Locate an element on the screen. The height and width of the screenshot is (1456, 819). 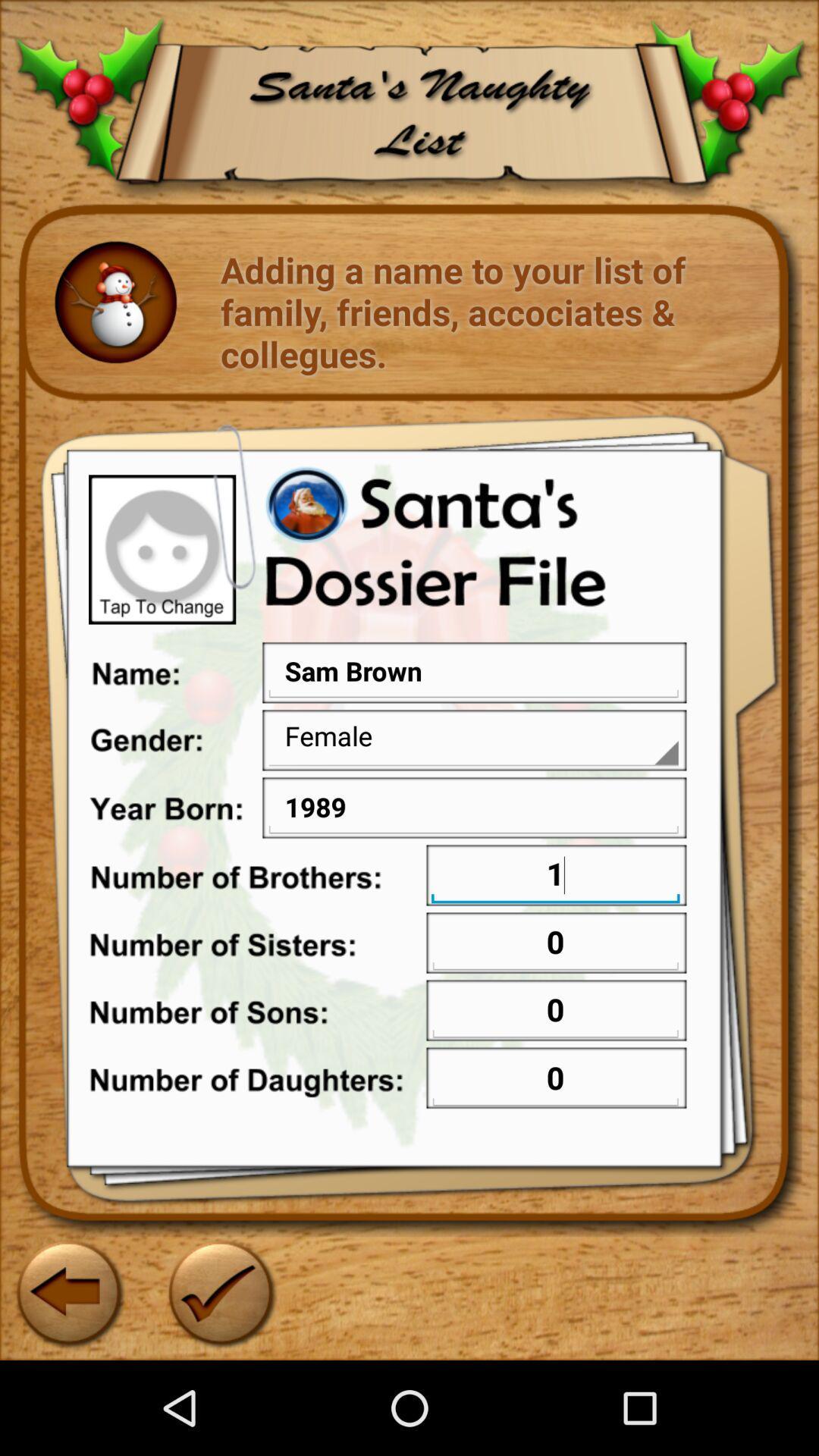
the text field on the right next to the text number of brotherson the web page is located at coordinates (555, 876).